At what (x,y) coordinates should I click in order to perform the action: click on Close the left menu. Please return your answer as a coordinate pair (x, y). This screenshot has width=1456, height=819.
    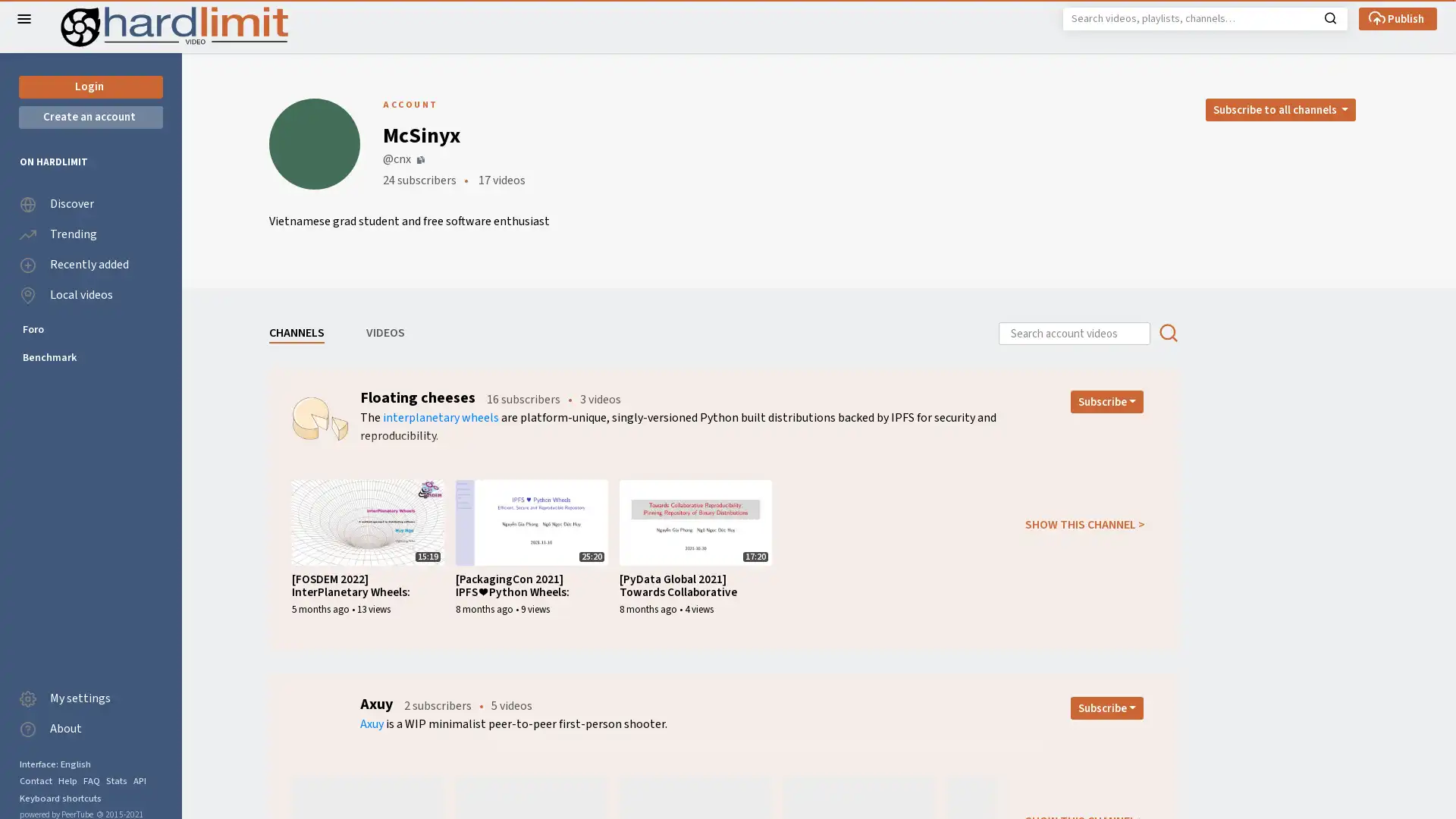
    Looking at the image, I should click on (24, 18).